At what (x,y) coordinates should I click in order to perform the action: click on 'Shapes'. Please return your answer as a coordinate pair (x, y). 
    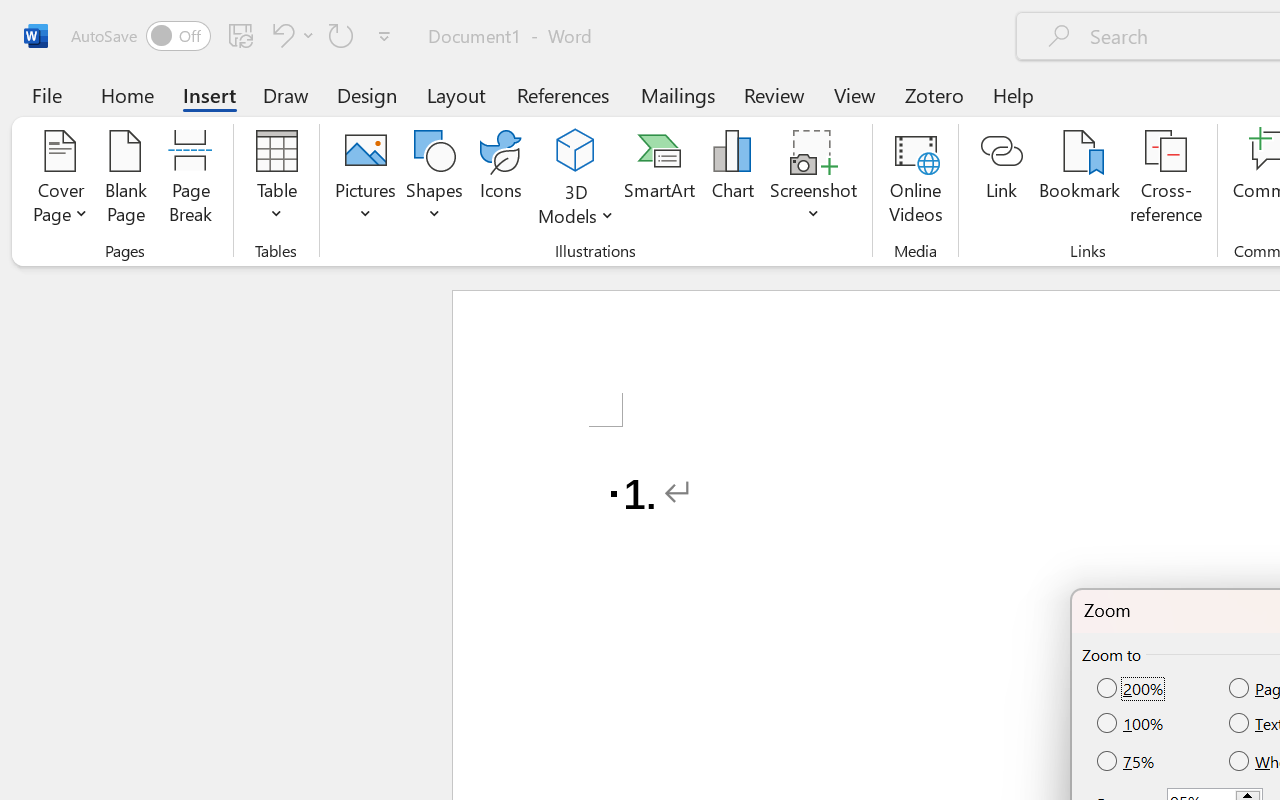
    Looking at the image, I should click on (434, 179).